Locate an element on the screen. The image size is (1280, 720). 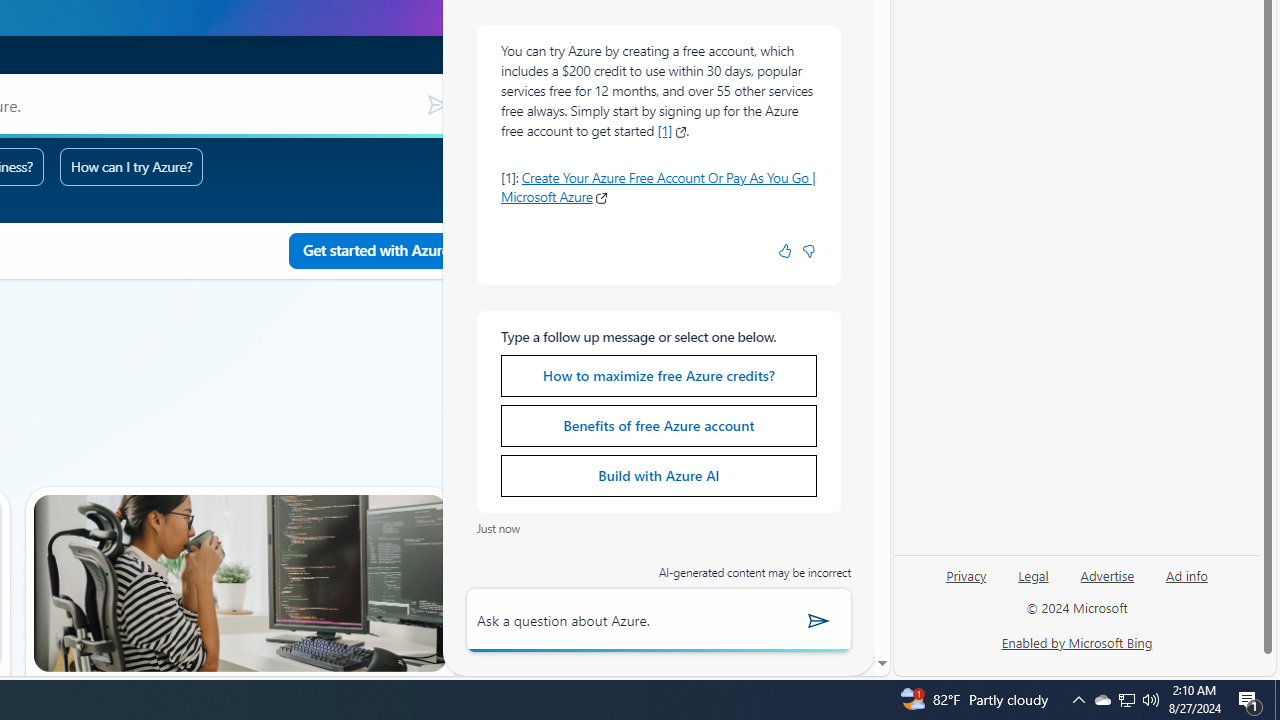
'Negative feedback badge icon' is located at coordinates (808, 250).